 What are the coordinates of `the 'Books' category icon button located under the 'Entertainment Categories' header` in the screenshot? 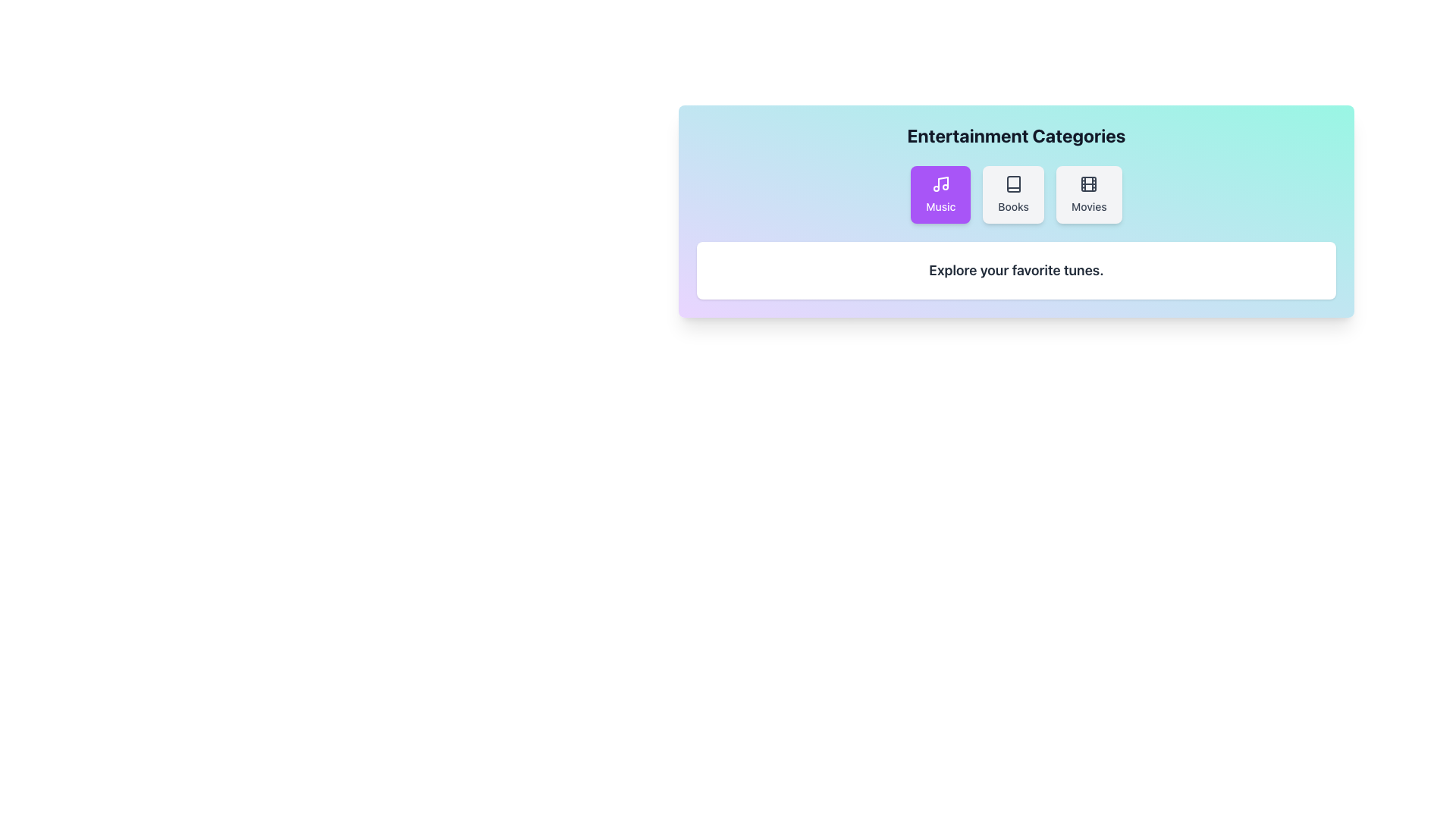 It's located at (1012, 184).